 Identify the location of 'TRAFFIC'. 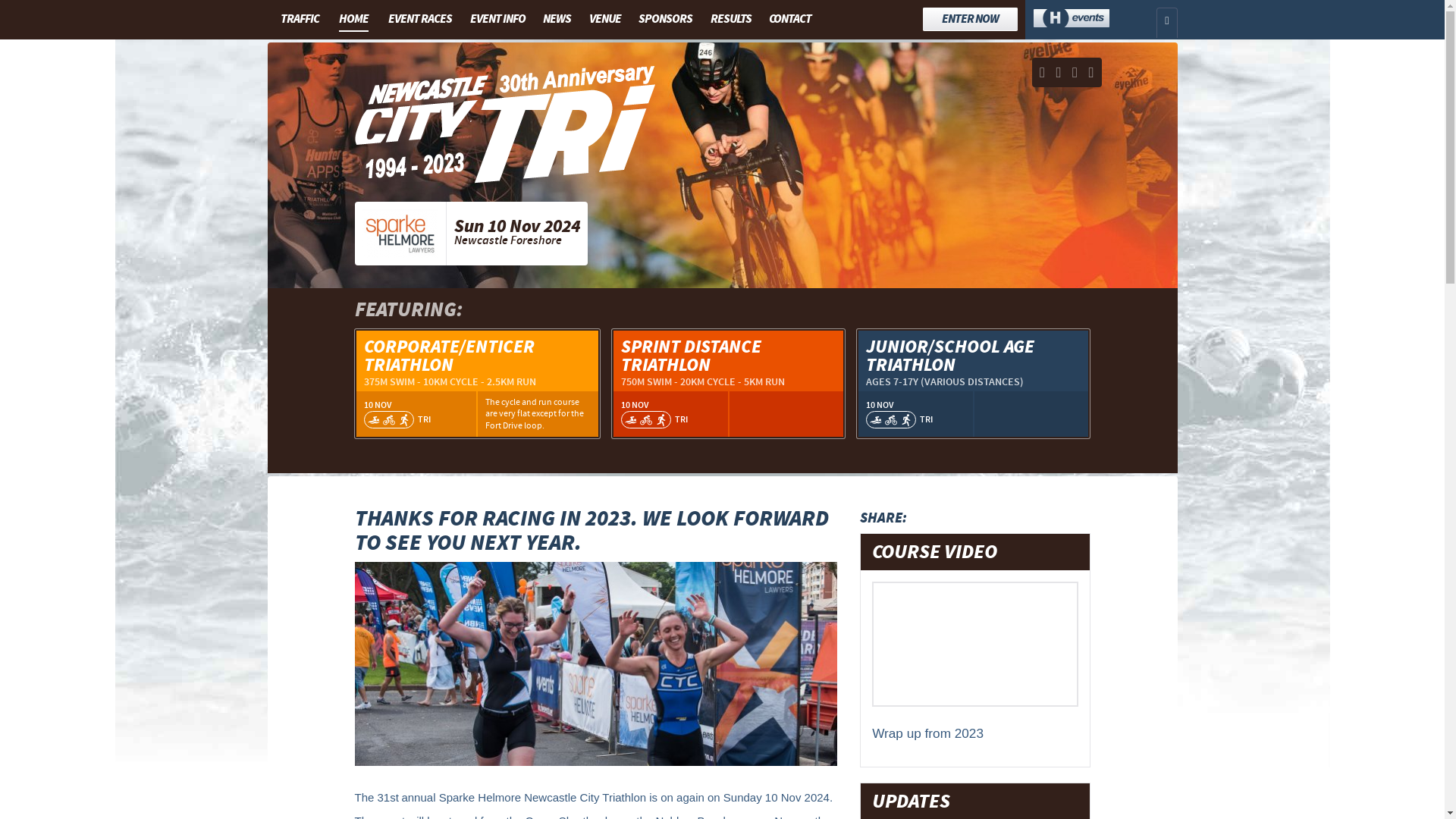
(274, 18).